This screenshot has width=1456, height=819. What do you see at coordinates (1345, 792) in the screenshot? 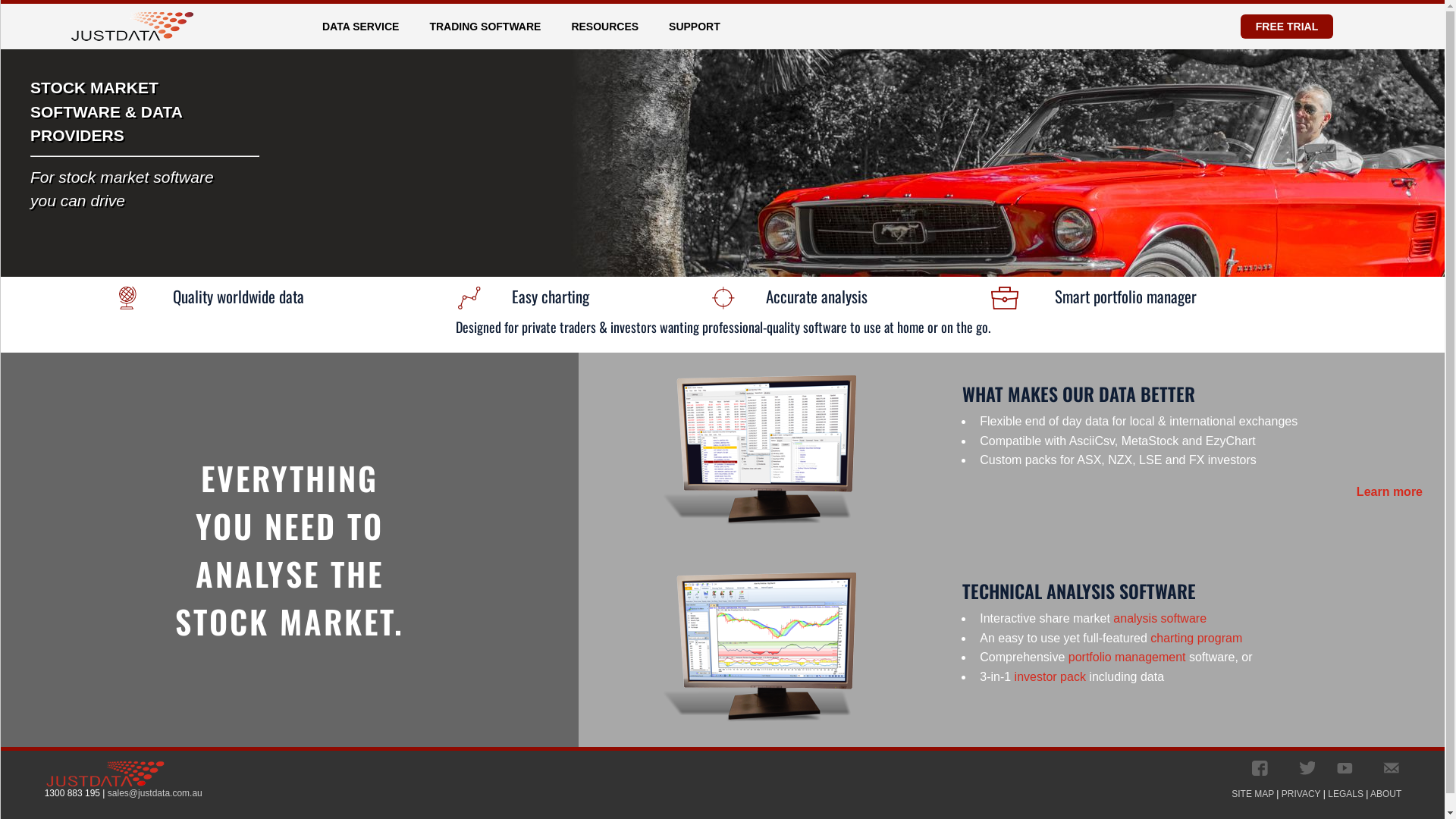
I see `'LEGALS'` at bounding box center [1345, 792].